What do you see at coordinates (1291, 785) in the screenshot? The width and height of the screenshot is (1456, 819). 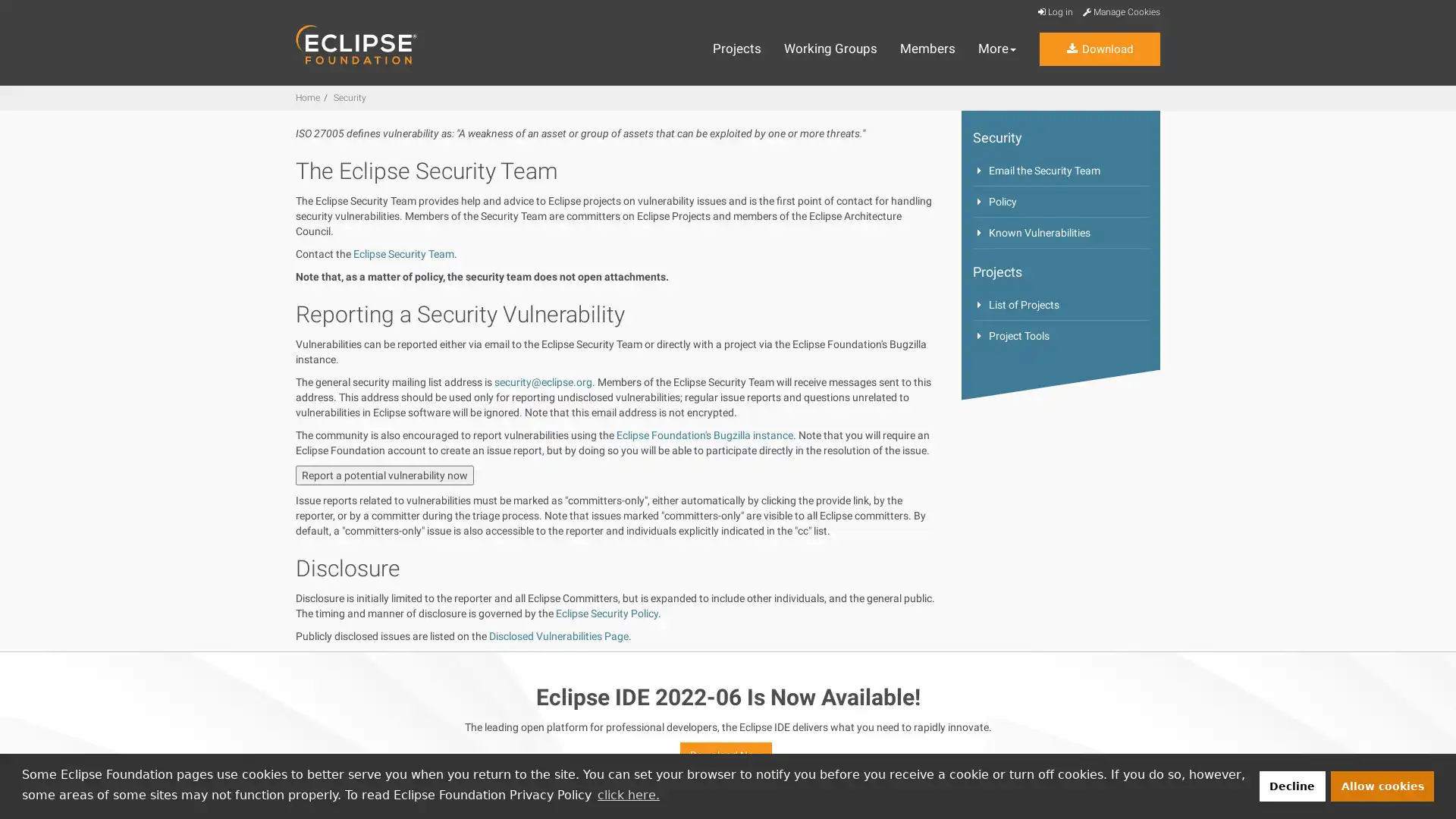 I see `deny cookies` at bounding box center [1291, 785].